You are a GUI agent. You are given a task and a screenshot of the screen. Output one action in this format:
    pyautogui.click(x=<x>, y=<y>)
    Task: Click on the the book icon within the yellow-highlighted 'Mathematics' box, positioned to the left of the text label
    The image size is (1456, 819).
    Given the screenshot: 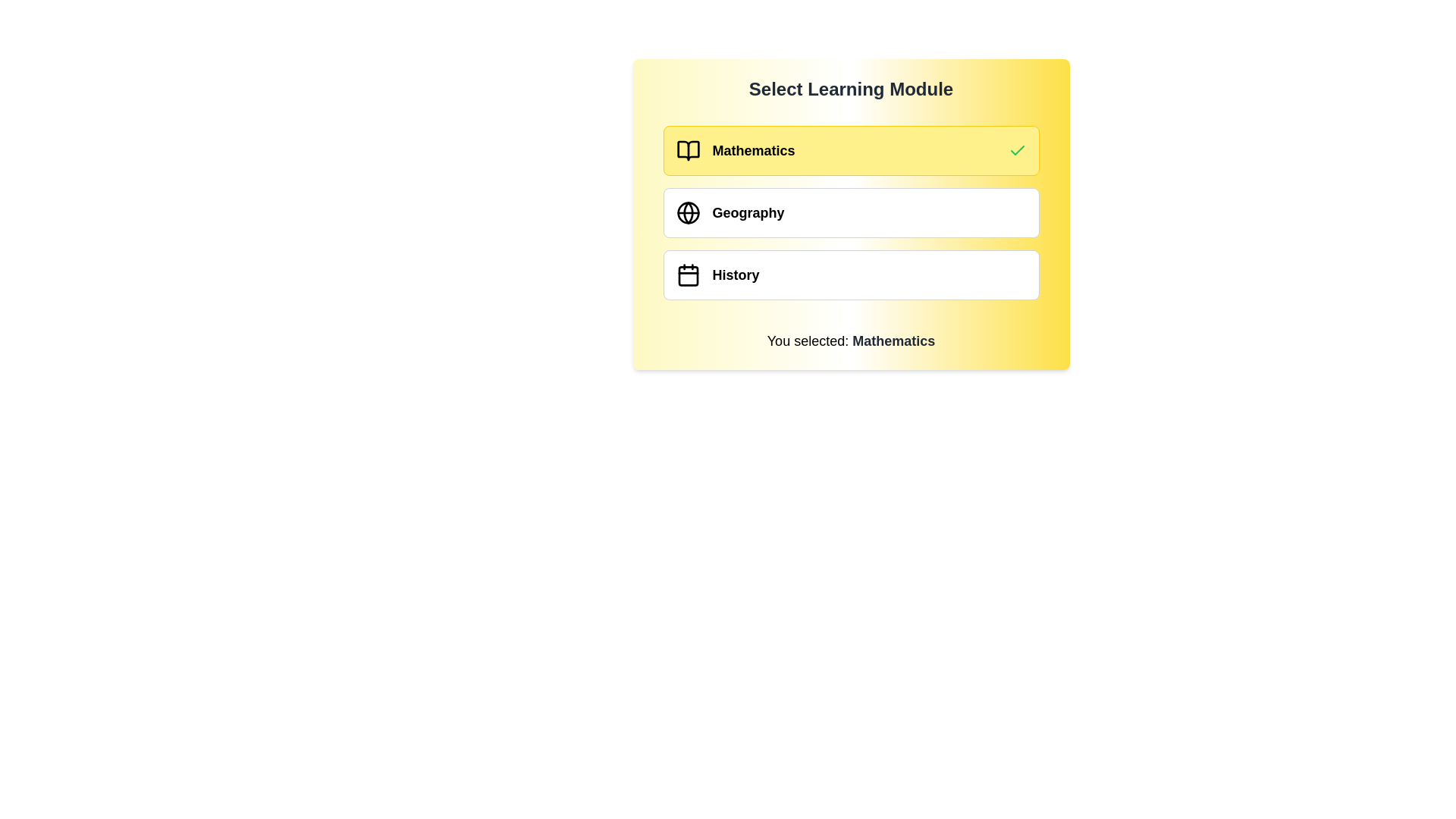 What is the action you would take?
    pyautogui.click(x=687, y=151)
    